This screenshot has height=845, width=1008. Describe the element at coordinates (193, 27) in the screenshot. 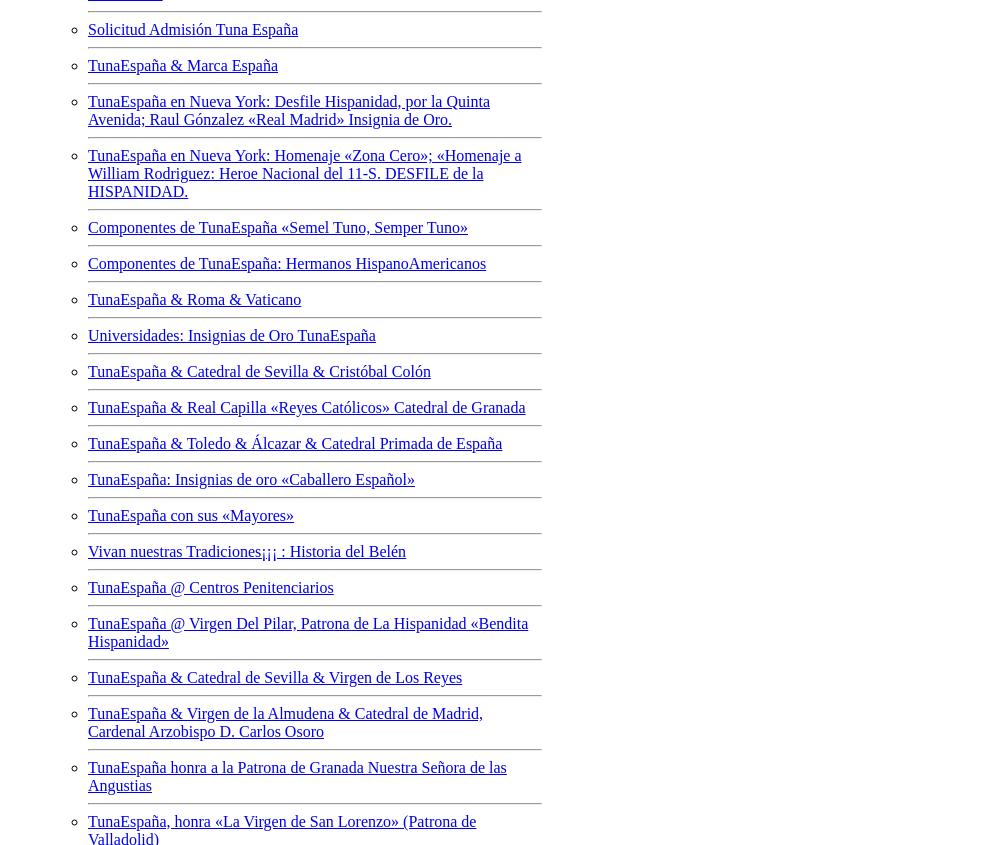

I see `'Solicitud Admisión Tuna España'` at that location.